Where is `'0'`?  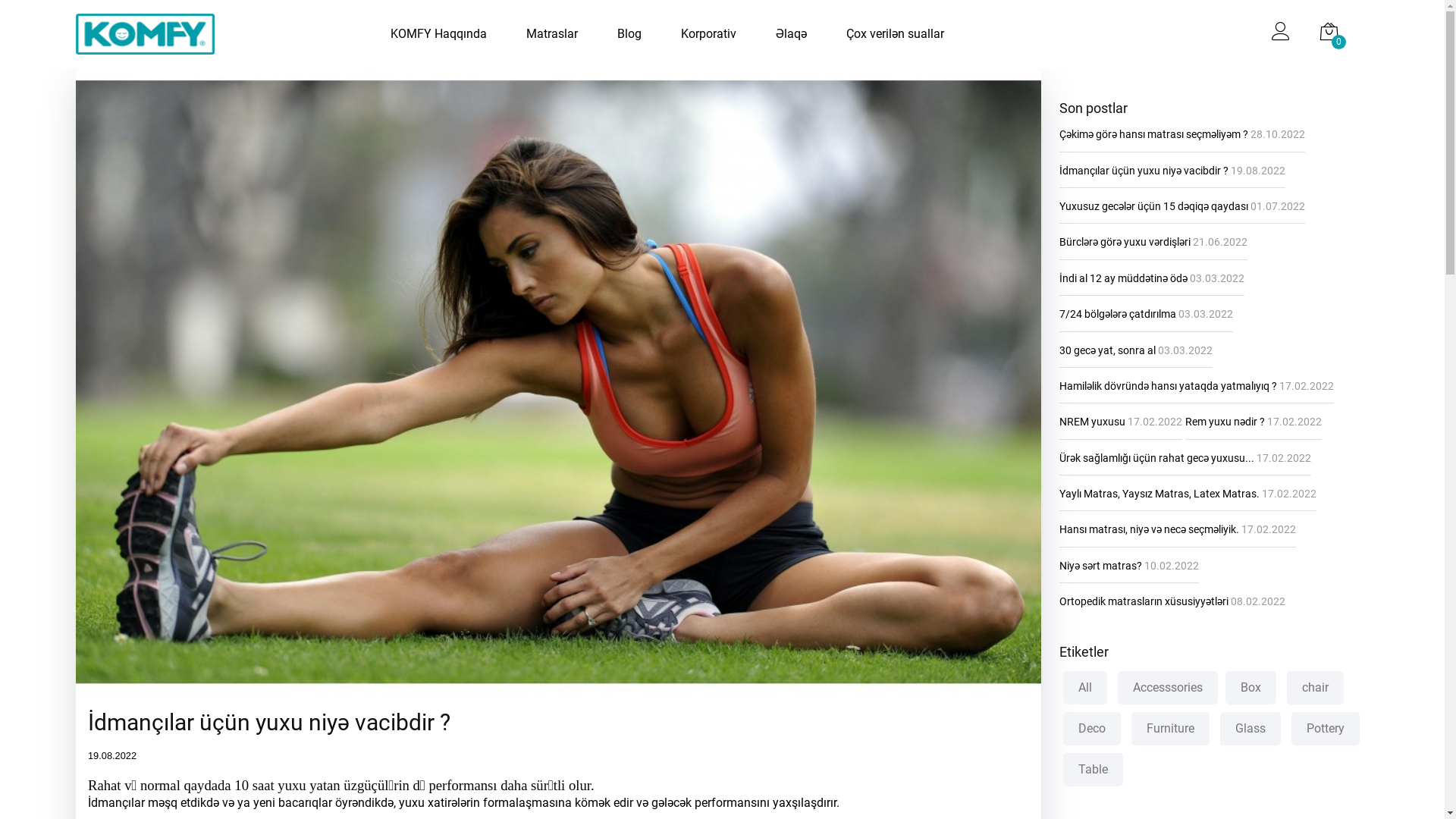
'0' is located at coordinates (1319, 34).